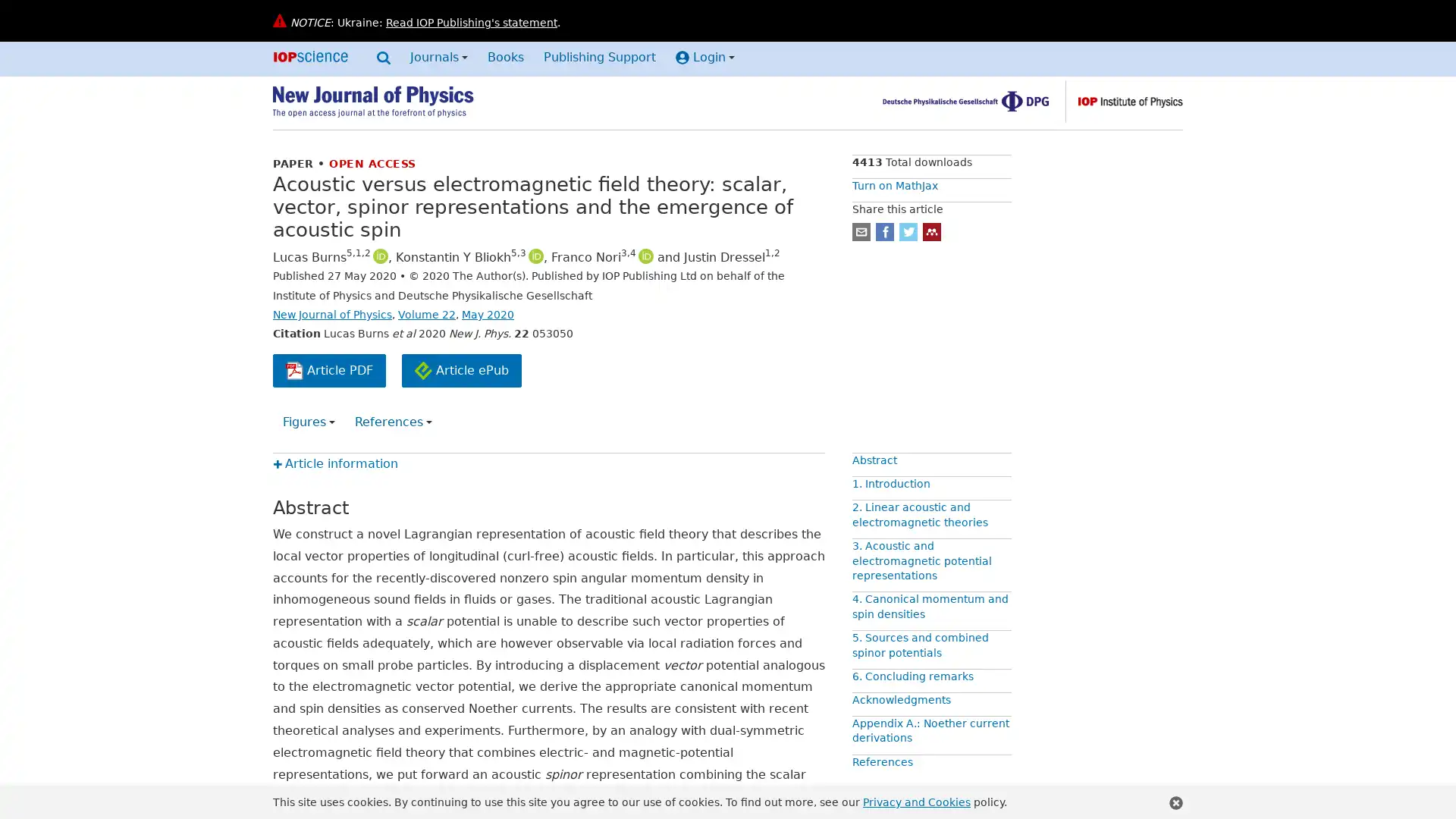  Describe the element at coordinates (1117, 103) in the screenshot. I see `The Institute of Physics, find out more` at that location.